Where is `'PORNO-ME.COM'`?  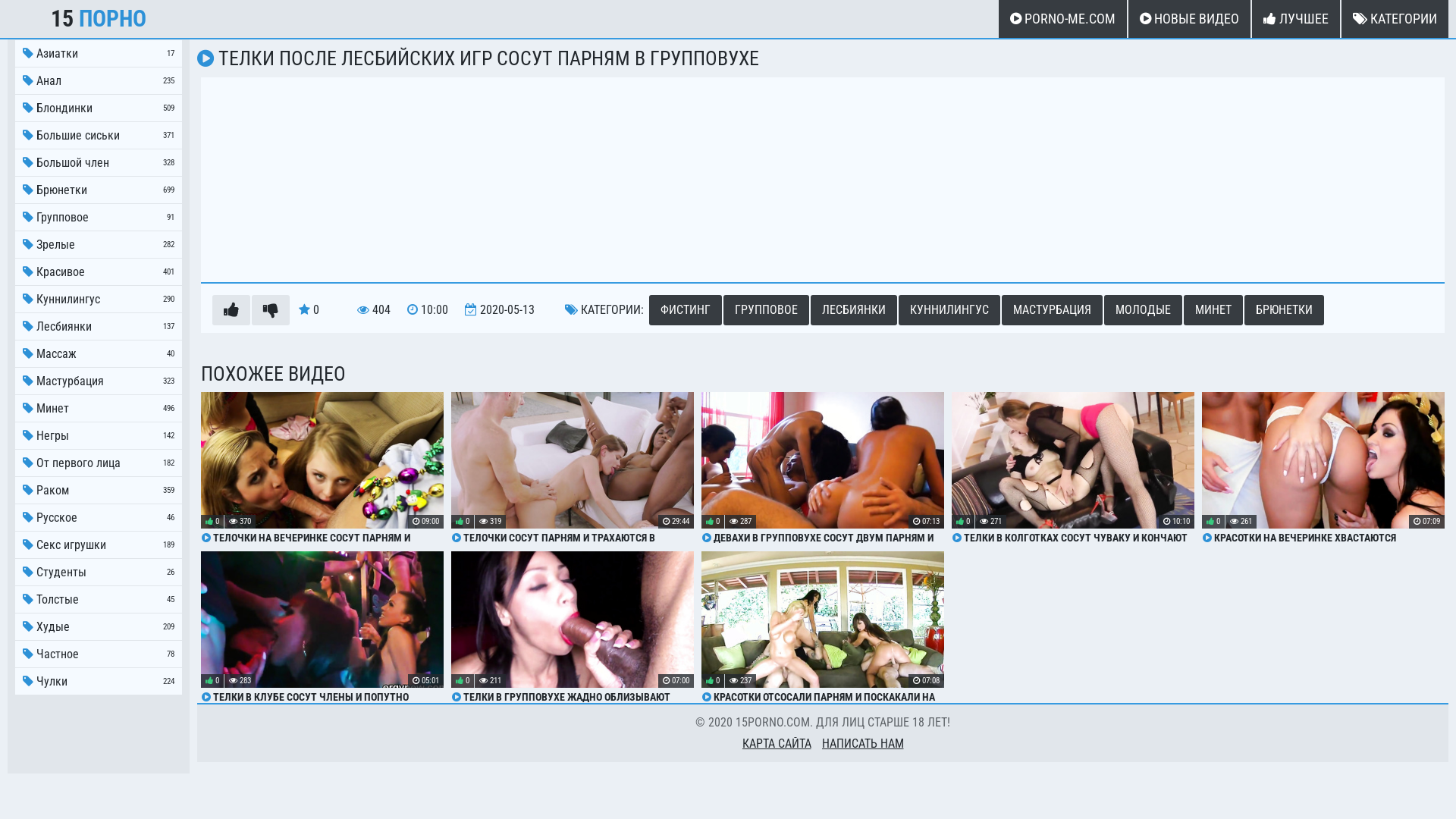 'PORNO-ME.COM' is located at coordinates (1062, 18).